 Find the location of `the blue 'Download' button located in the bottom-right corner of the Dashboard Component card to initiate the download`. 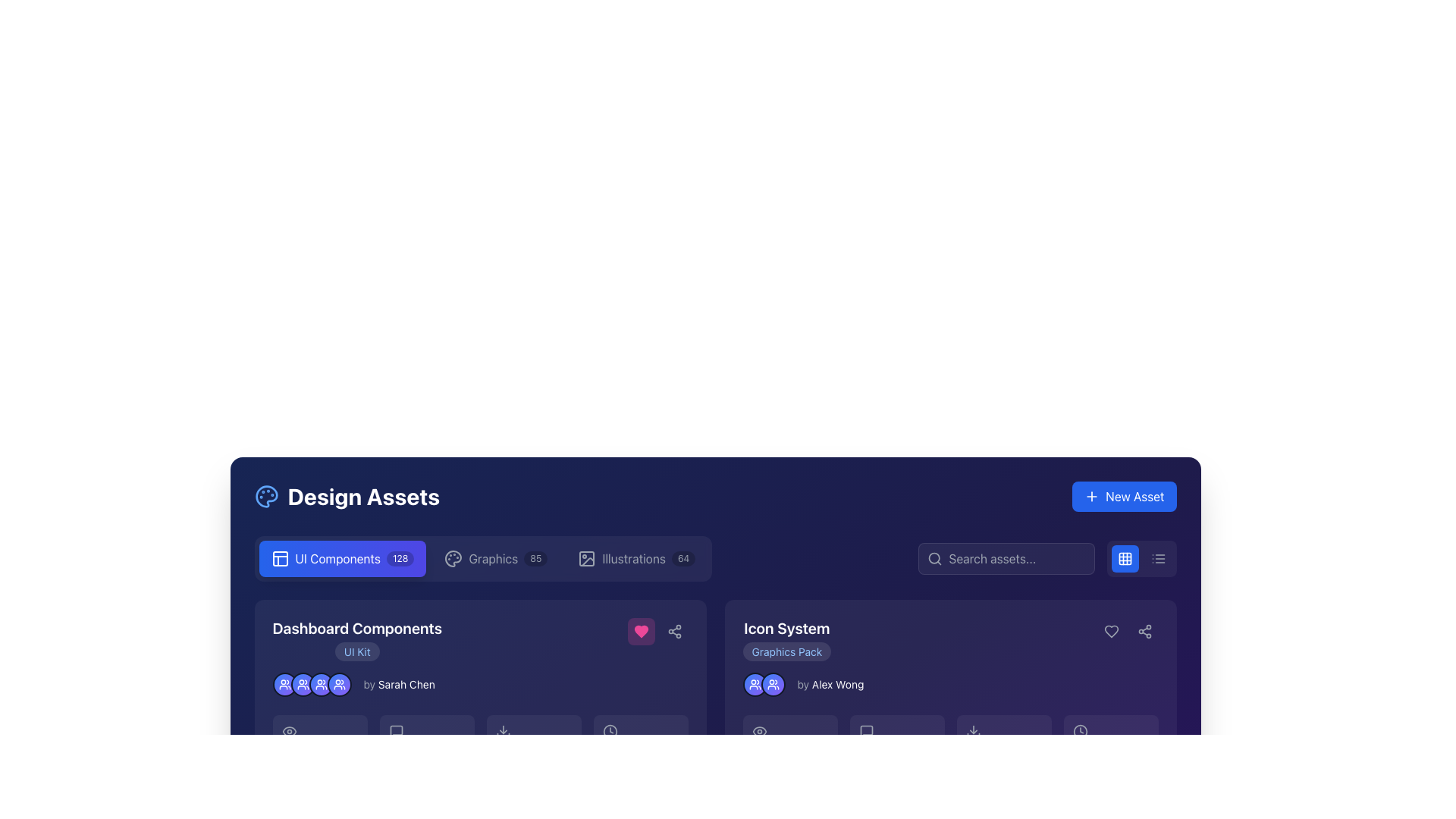

the blue 'Download' button located in the bottom-right corner of the Dashboard Component card to initiate the download is located at coordinates (479, 795).